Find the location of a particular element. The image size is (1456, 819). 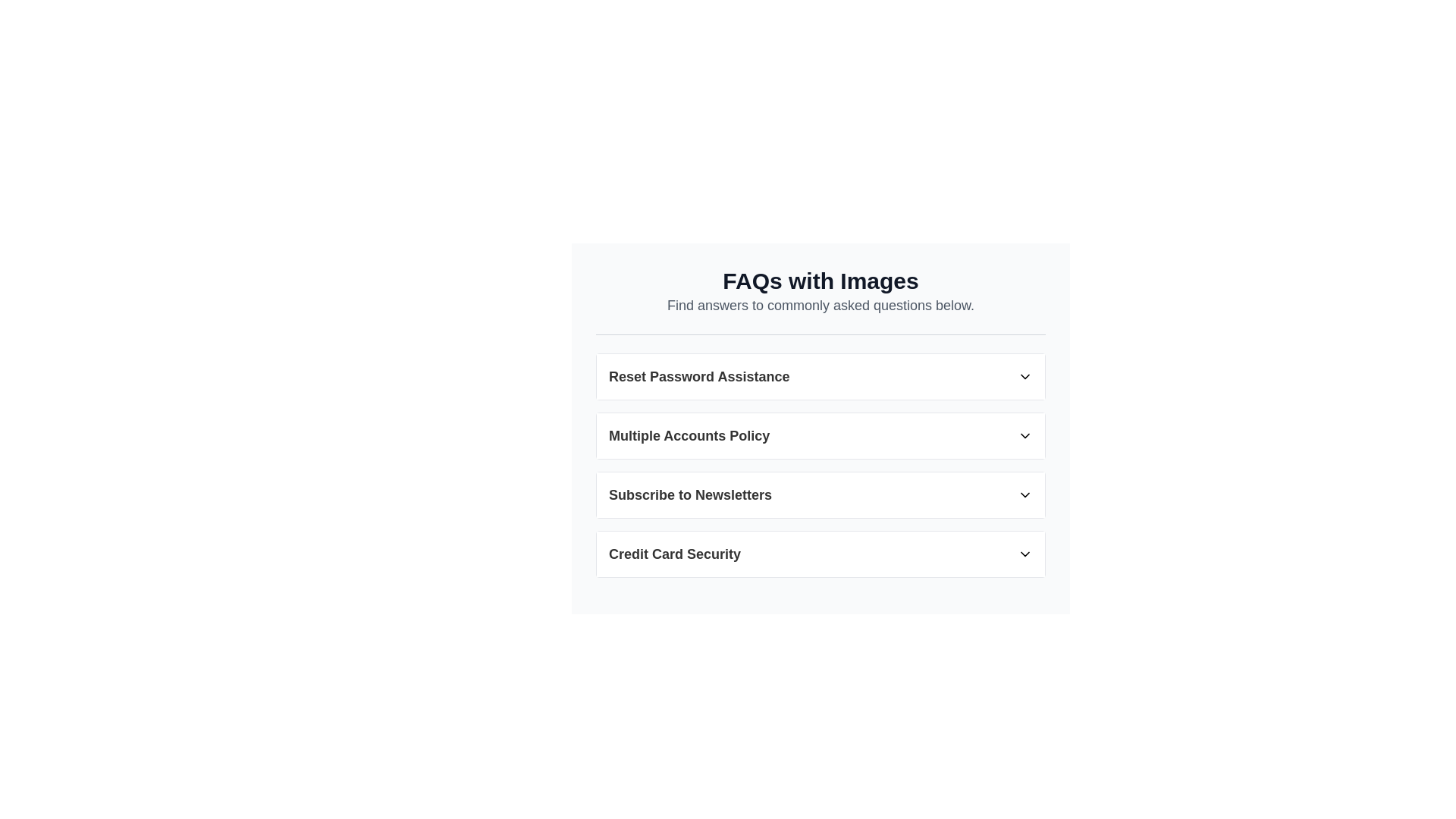

the second item in the 'FAQs with Images' list, which provides information on managing multiple accounts is located at coordinates (820, 422).